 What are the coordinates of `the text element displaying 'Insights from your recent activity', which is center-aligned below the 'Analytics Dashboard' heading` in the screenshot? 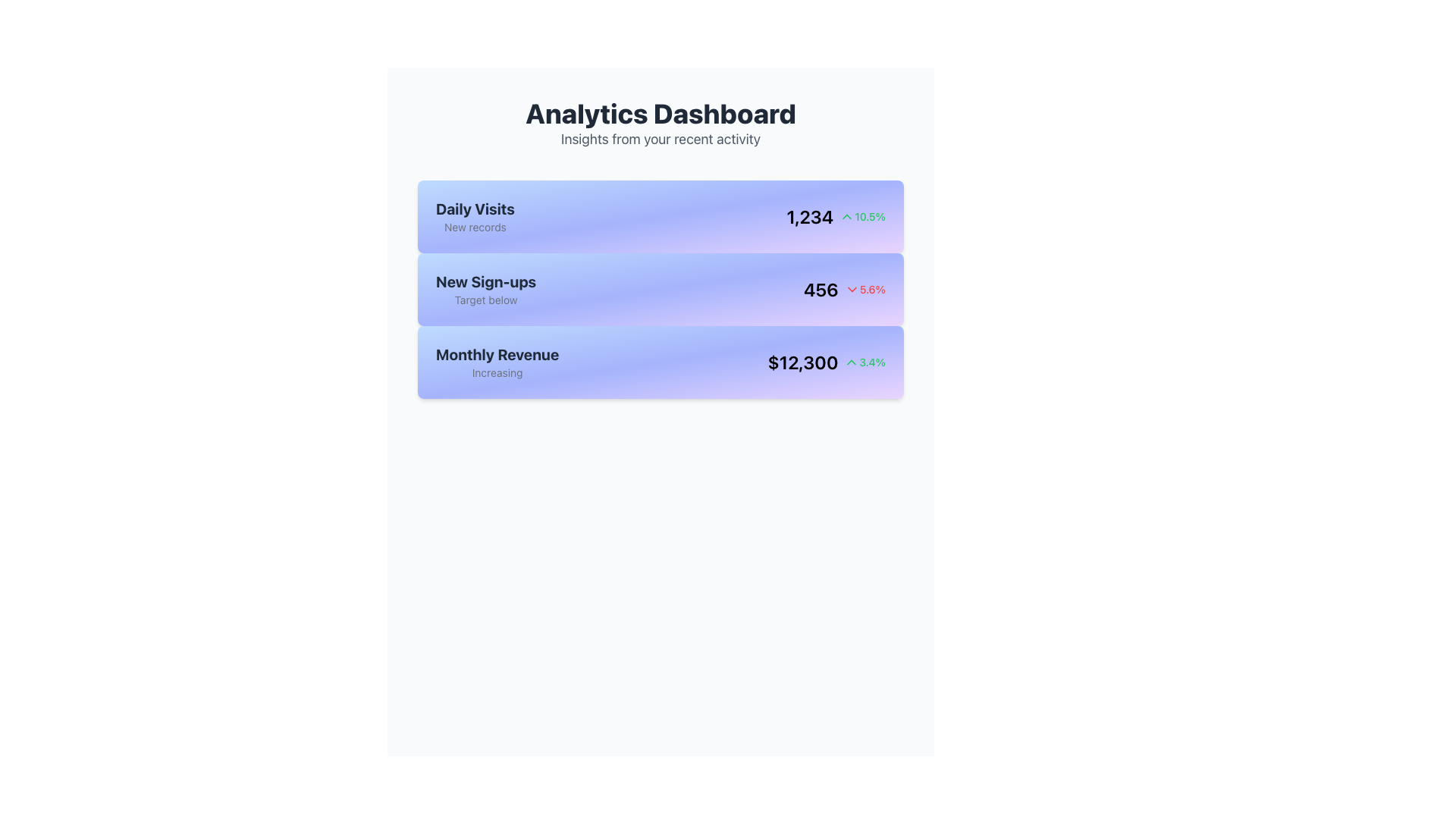 It's located at (661, 140).